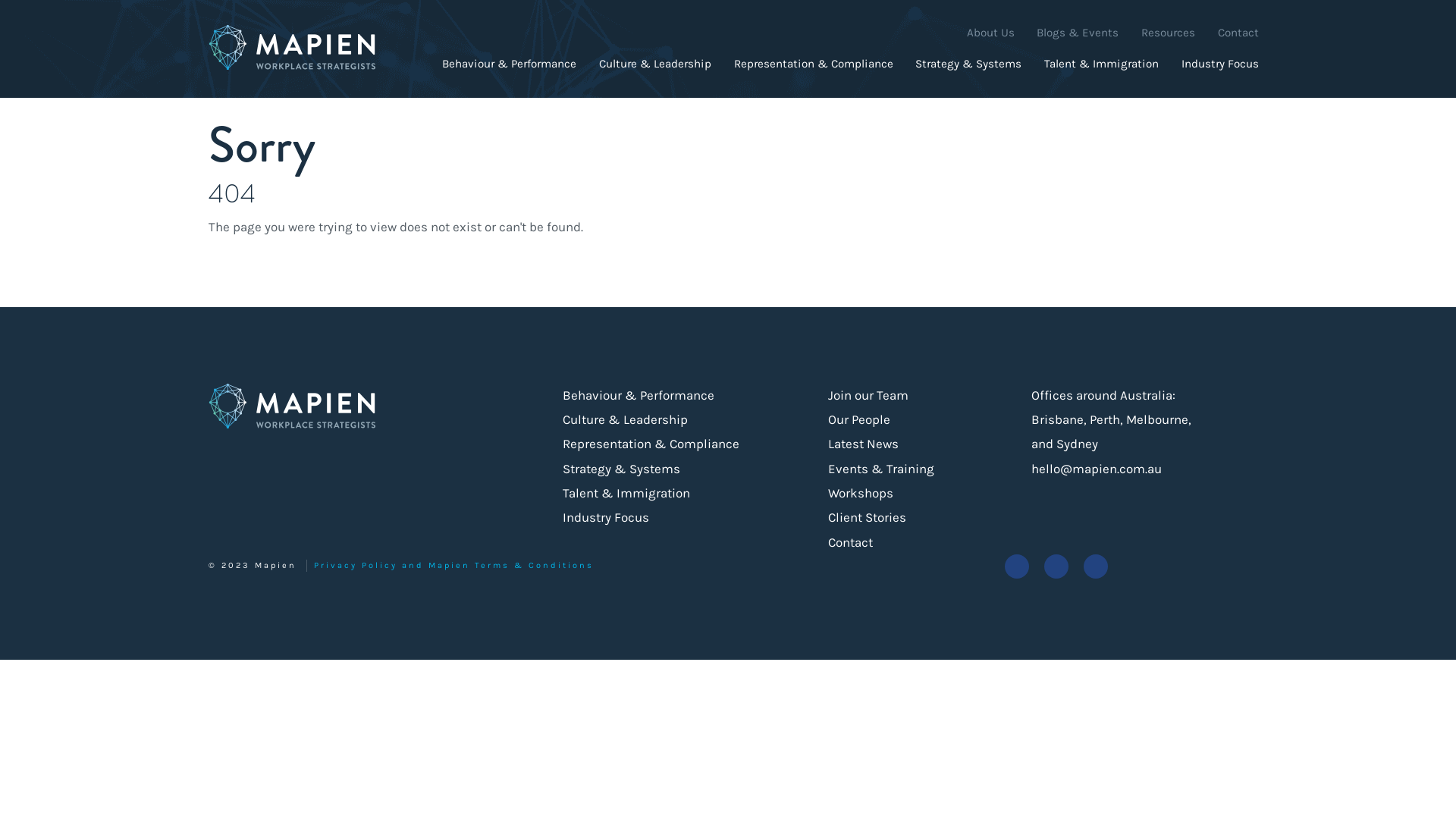  What do you see at coordinates (990, 32) in the screenshot?
I see `'About Us'` at bounding box center [990, 32].